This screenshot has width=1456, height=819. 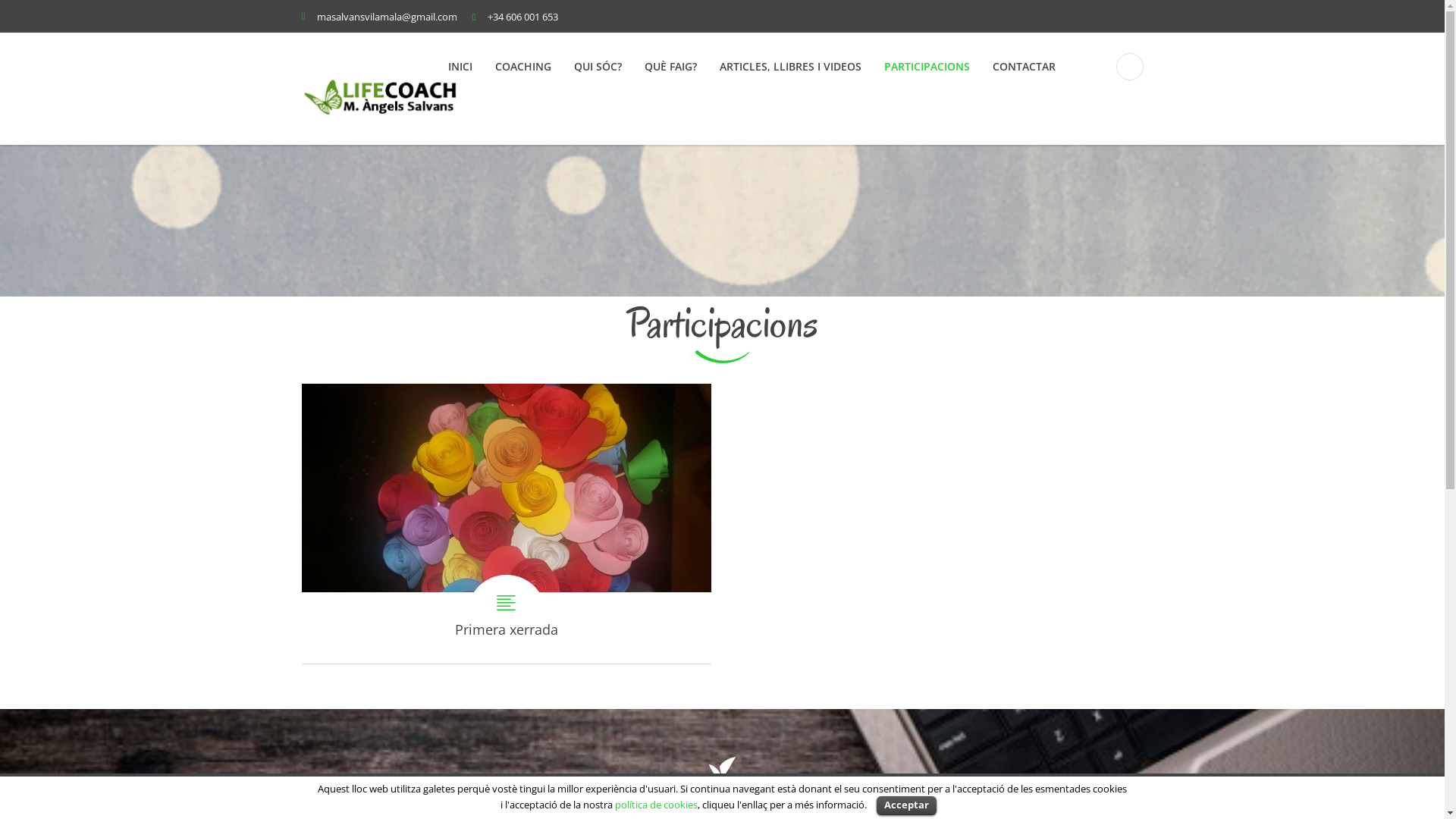 I want to click on 'CONTACTAR', so click(x=1023, y=65).